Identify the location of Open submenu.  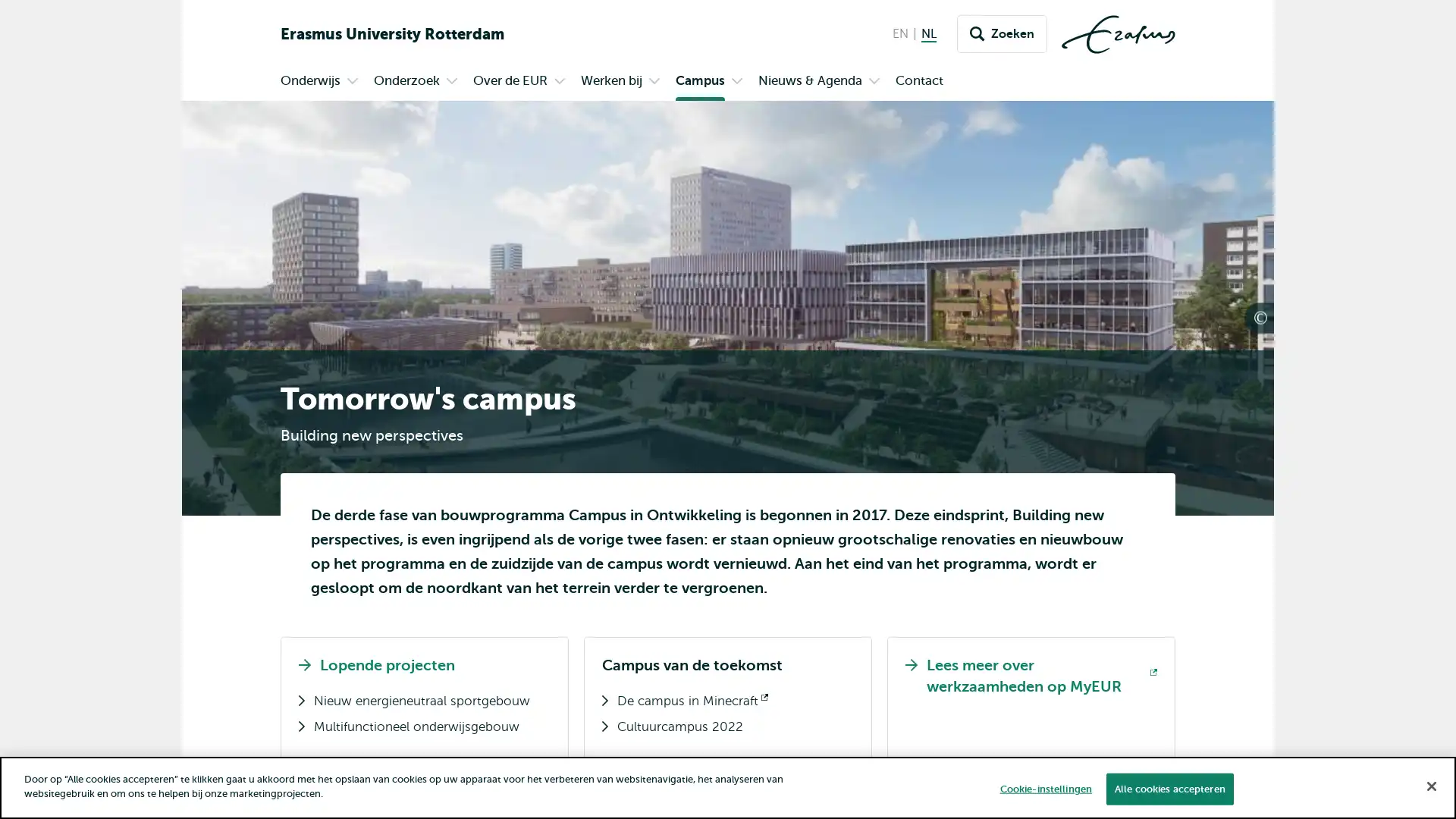
(352, 82).